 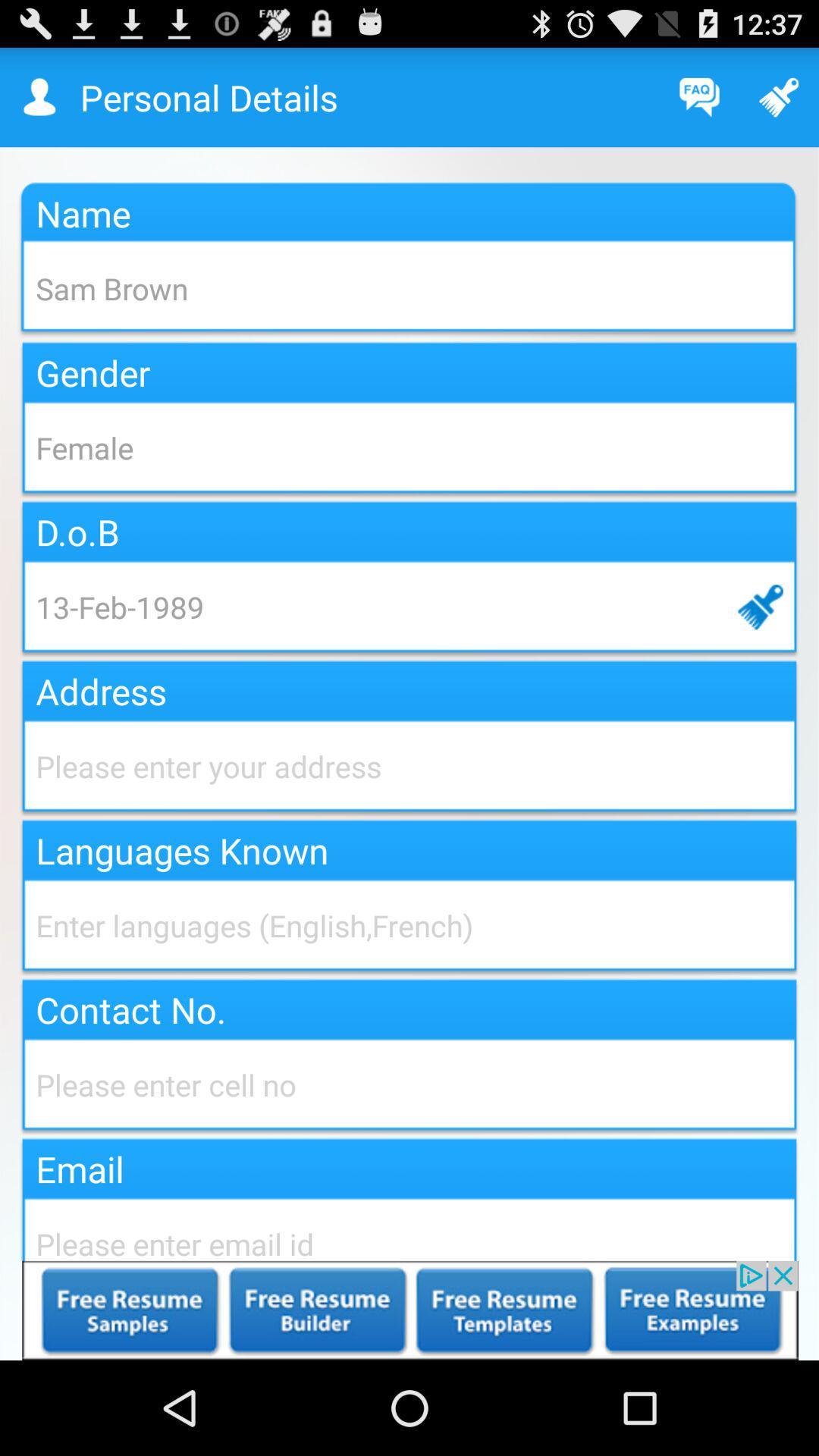 I want to click on faq, so click(x=699, y=96).